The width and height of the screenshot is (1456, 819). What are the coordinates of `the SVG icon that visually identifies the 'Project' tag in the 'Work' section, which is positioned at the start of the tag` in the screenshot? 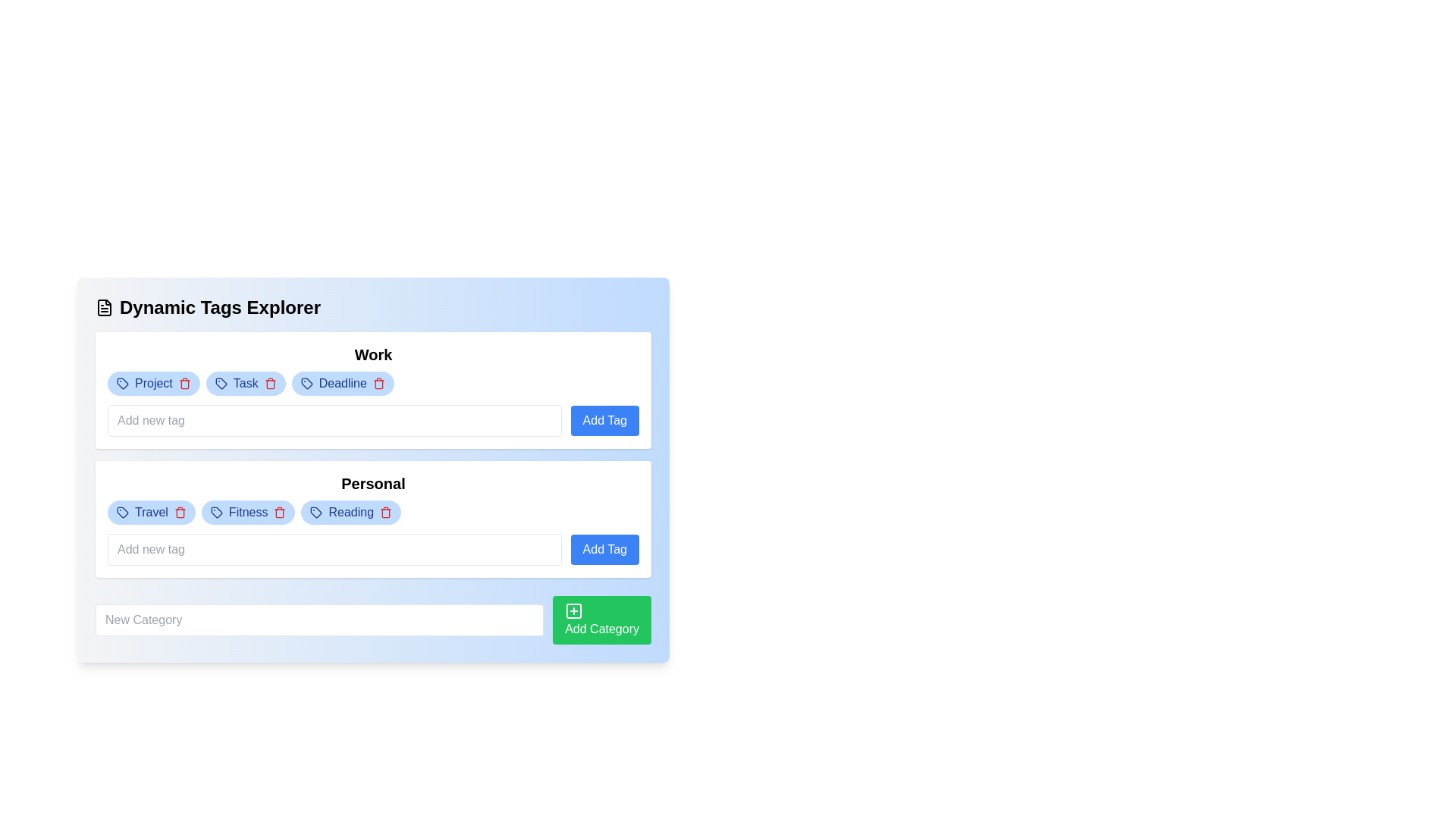 It's located at (123, 382).